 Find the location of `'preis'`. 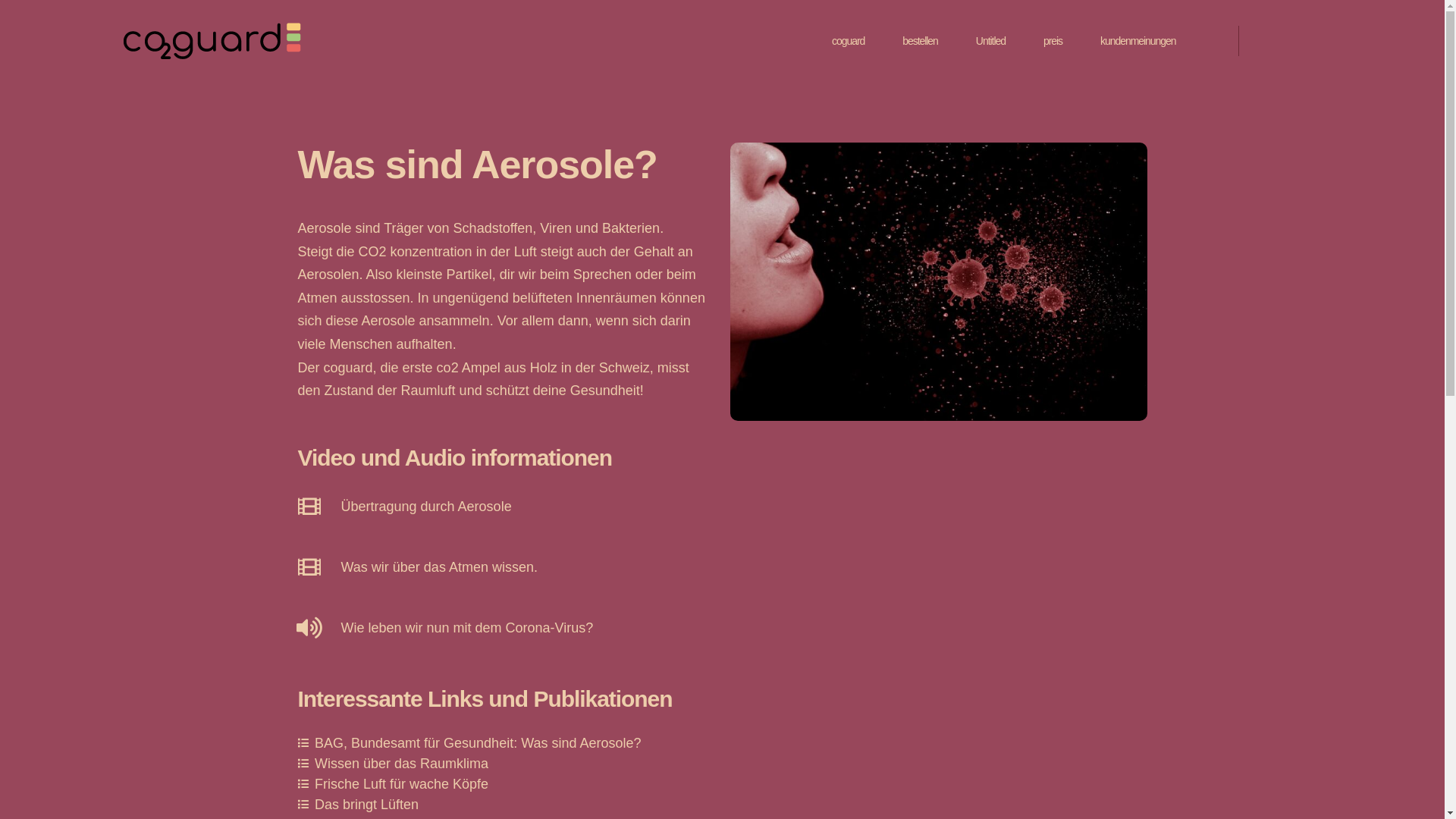

'preis' is located at coordinates (1043, 40).